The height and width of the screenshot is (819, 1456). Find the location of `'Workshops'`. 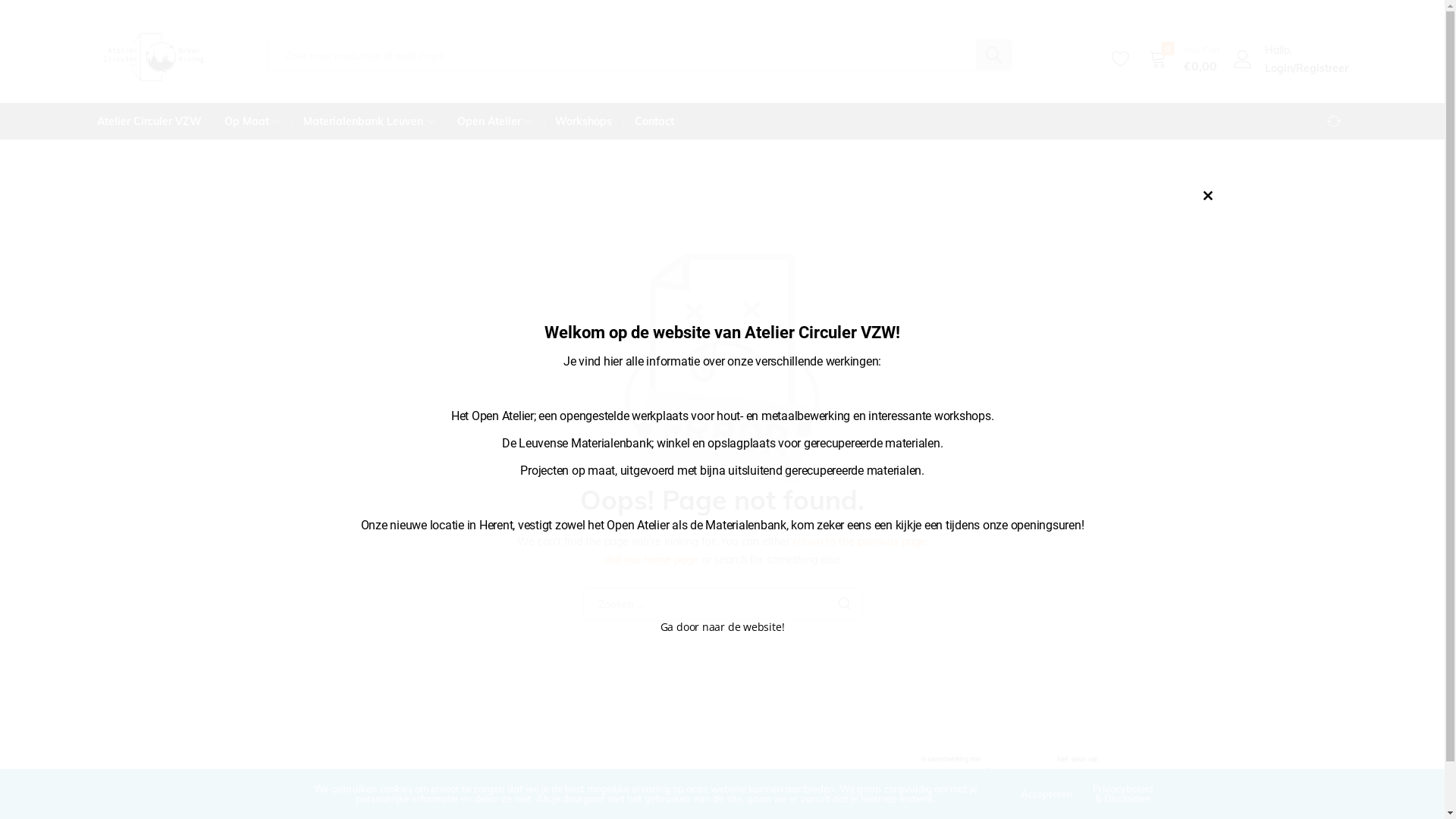

'Workshops' is located at coordinates (582, 120).